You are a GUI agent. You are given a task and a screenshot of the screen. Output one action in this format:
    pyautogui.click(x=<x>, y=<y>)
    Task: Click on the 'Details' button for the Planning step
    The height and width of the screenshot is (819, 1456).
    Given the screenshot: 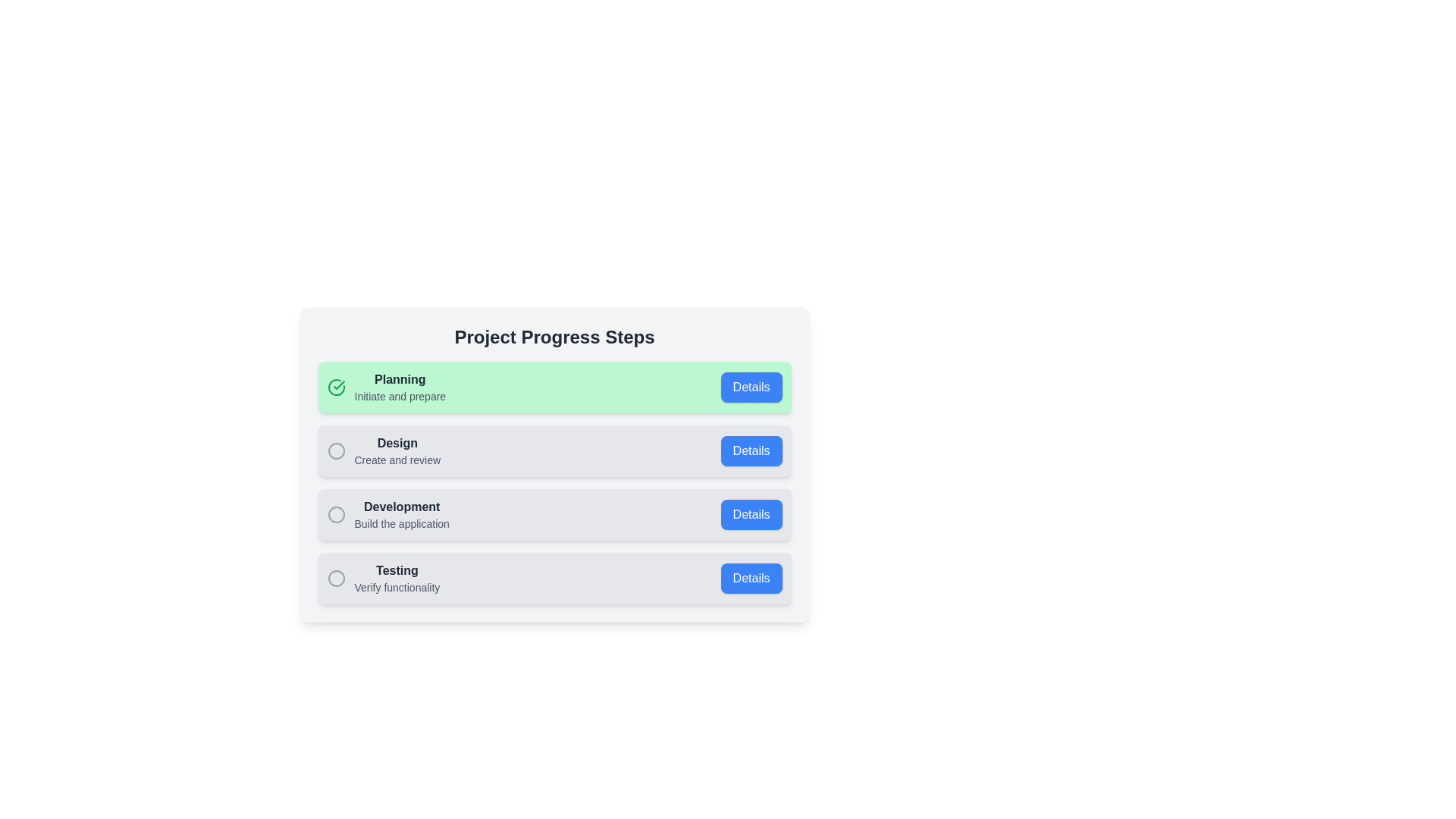 What is the action you would take?
    pyautogui.click(x=751, y=386)
    